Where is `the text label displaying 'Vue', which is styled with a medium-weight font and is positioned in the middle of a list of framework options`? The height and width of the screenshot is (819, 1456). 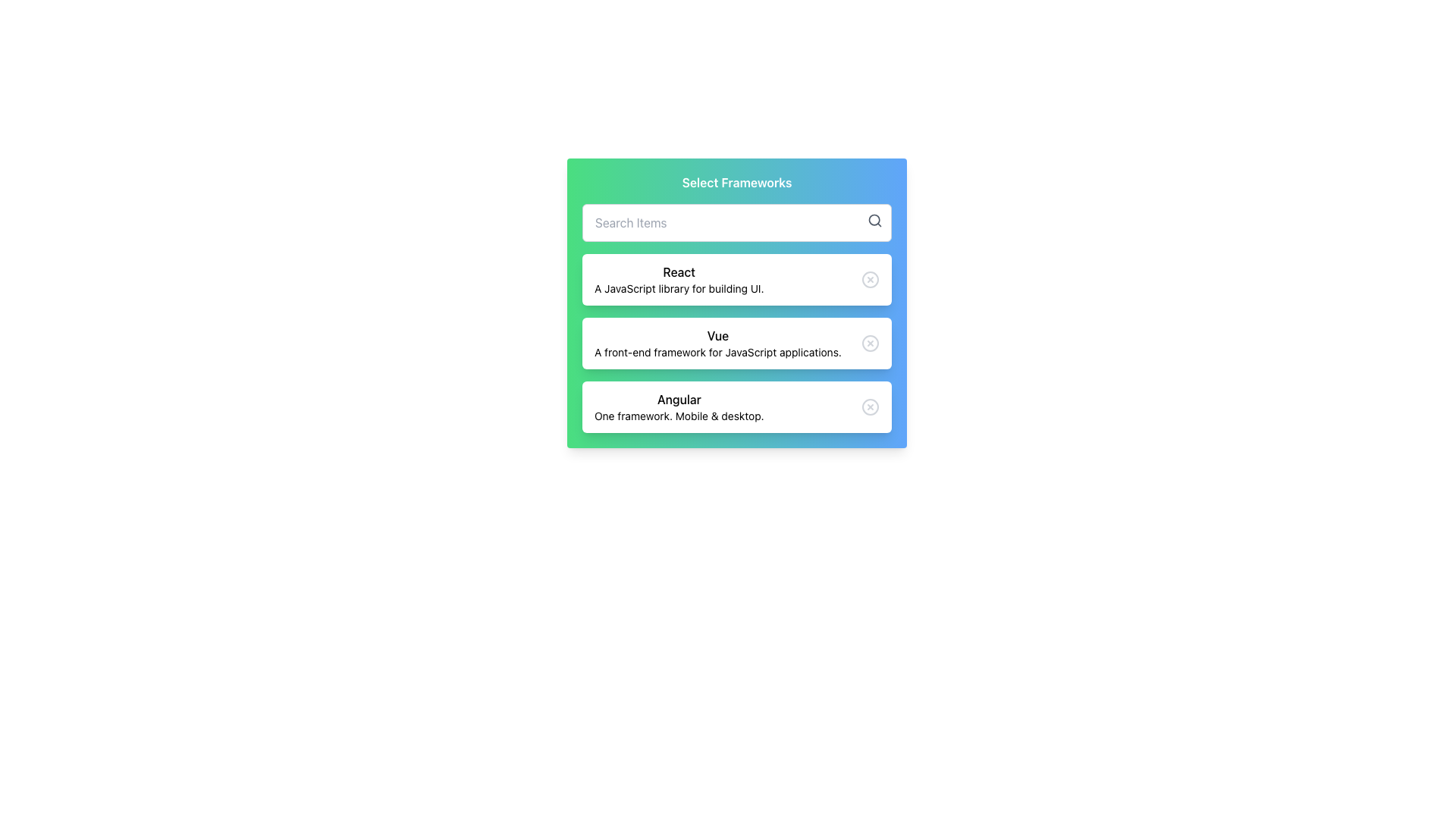
the text label displaying 'Vue', which is styled with a medium-weight font and is positioned in the middle of a list of framework options is located at coordinates (717, 335).